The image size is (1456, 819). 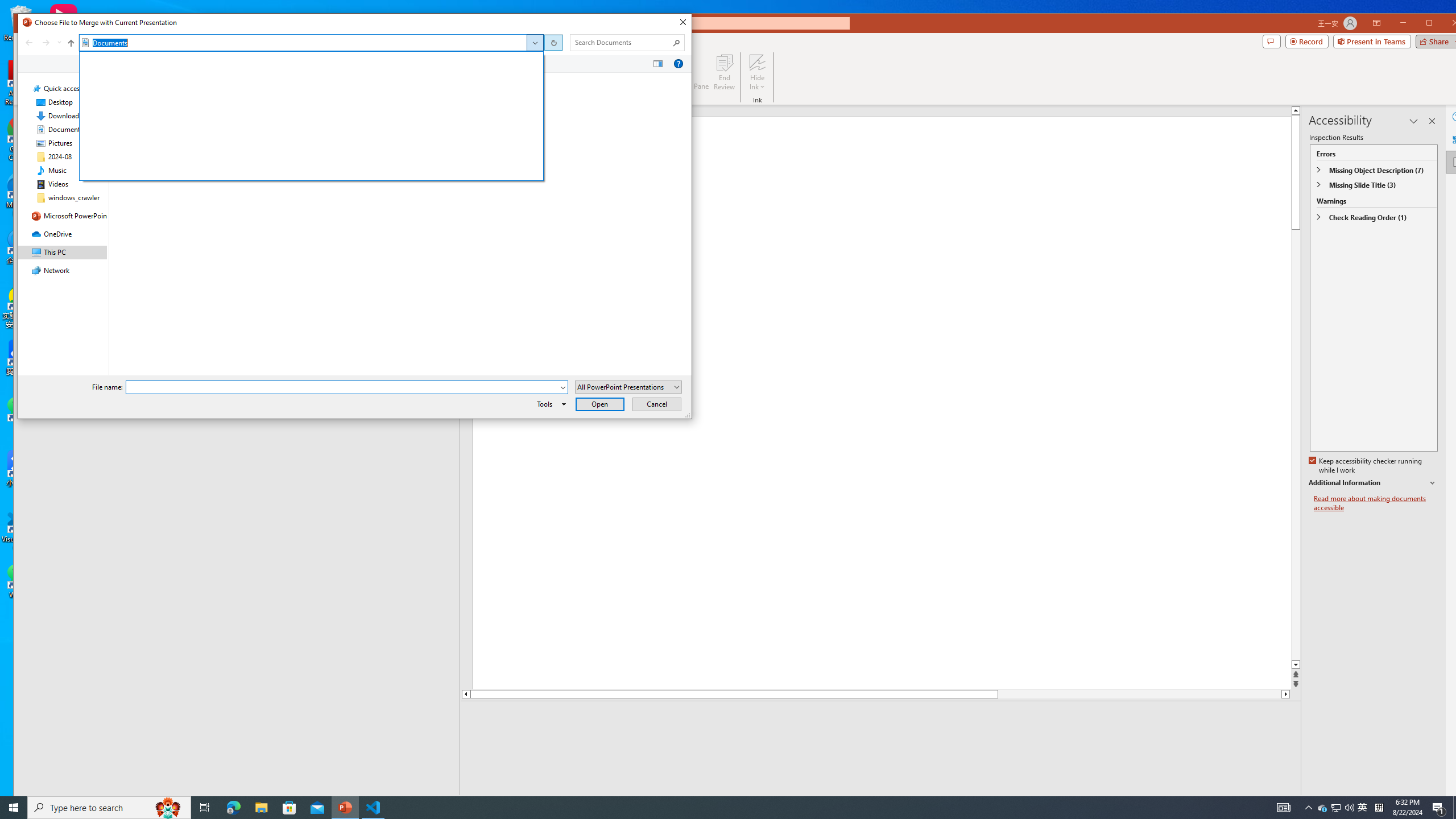 What do you see at coordinates (552, 42) in the screenshot?
I see `'Refresh "Documents" (F5)'` at bounding box center [552, 42].